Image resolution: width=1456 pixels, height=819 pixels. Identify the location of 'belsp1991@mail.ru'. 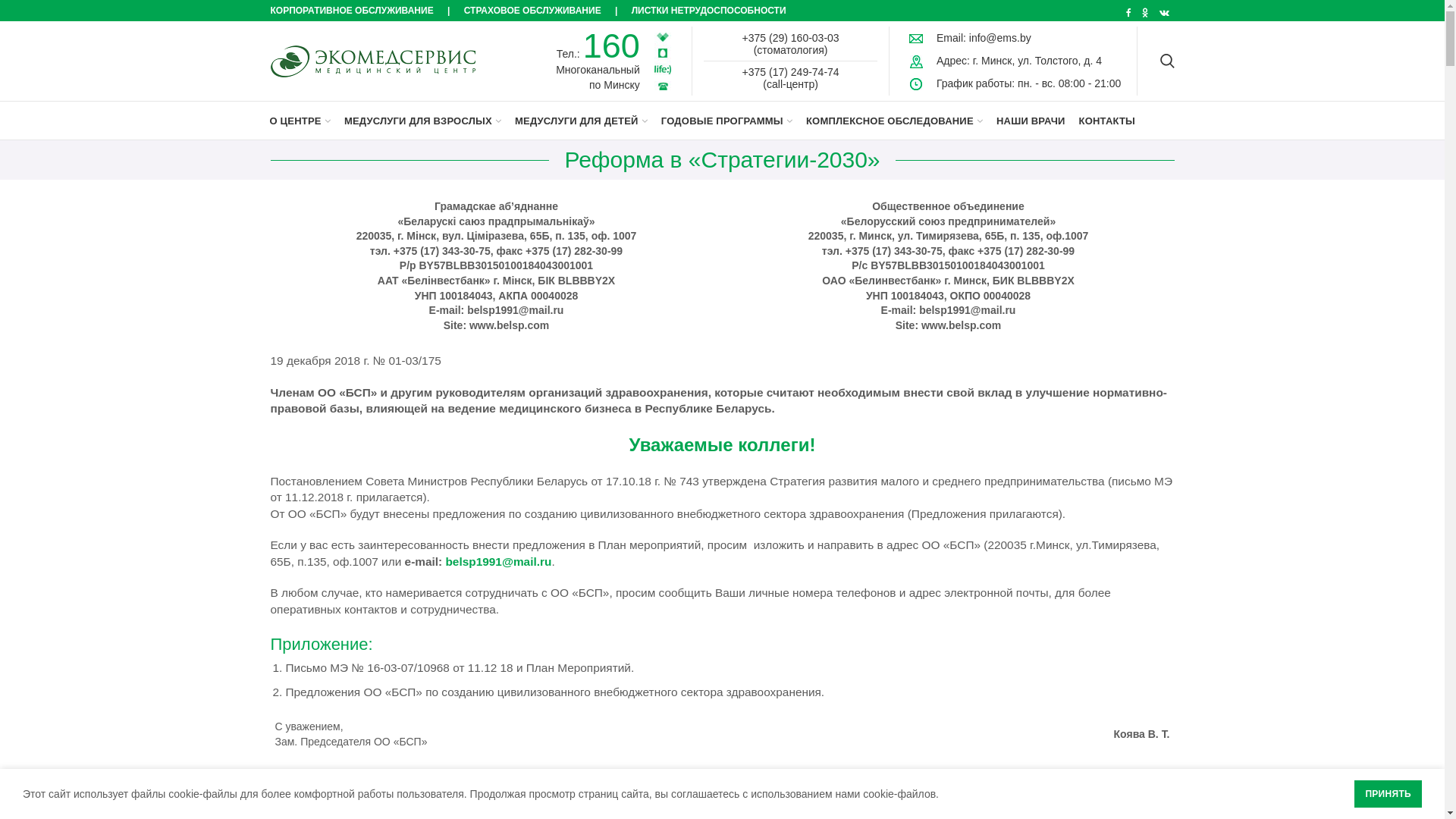
(498, 561).